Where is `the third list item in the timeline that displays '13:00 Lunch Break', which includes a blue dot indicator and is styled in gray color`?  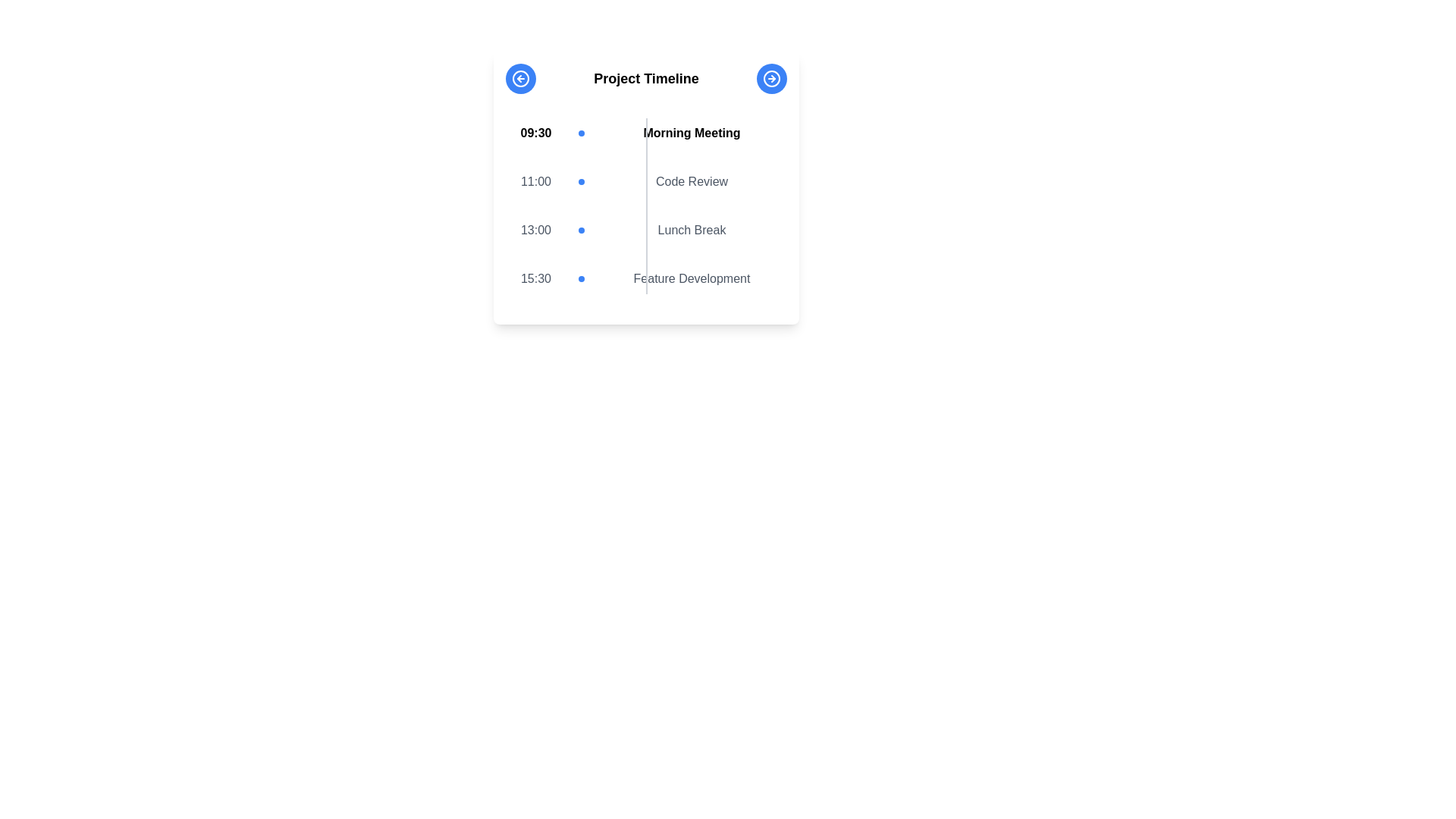 the third list item in the timeline that displays '13:00 Lunch Break', which includes a blue dot indicator and is styled in gray color is located at coordinates (646, 231).